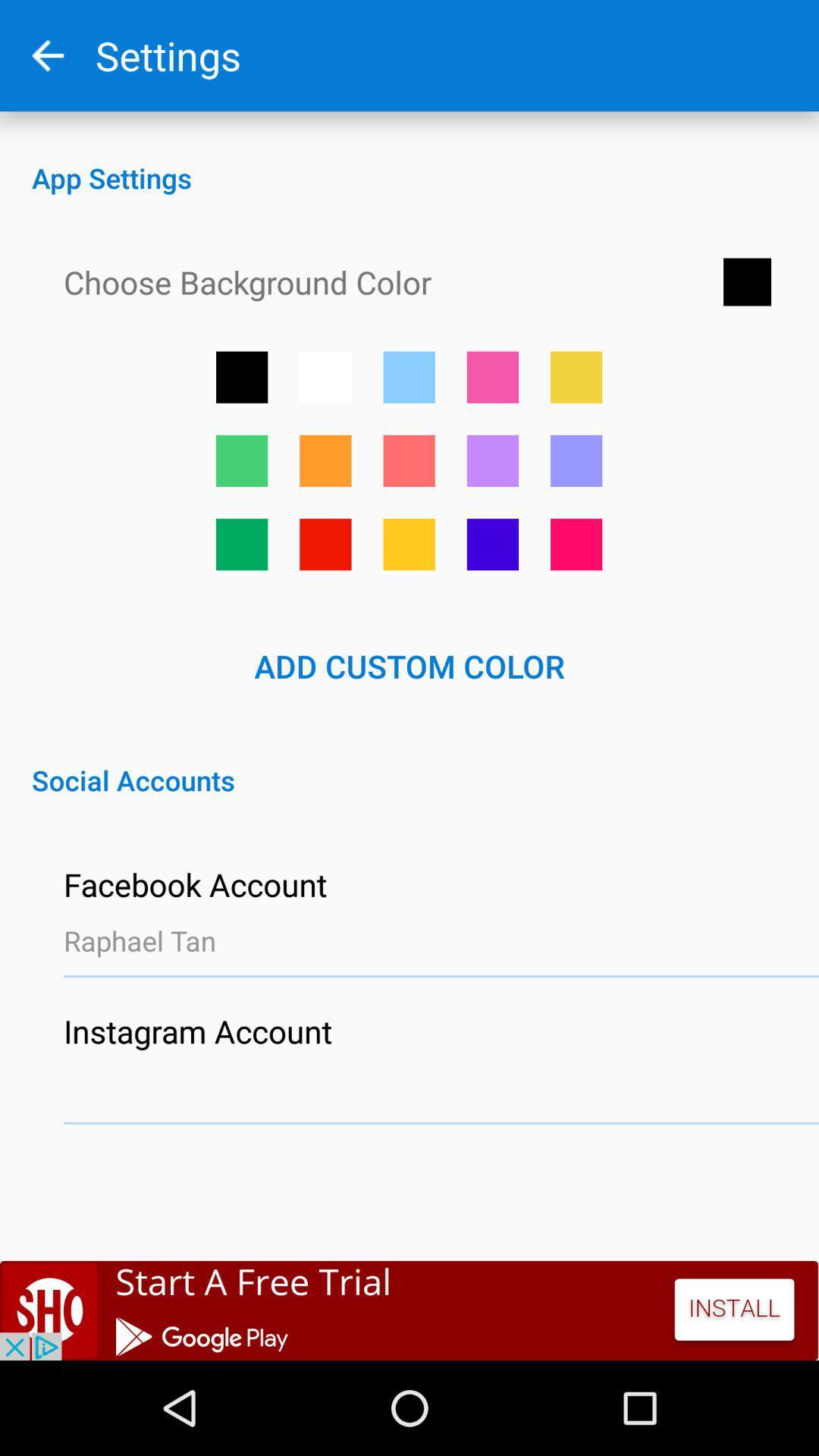  I want to click on black, so click(241, 377).